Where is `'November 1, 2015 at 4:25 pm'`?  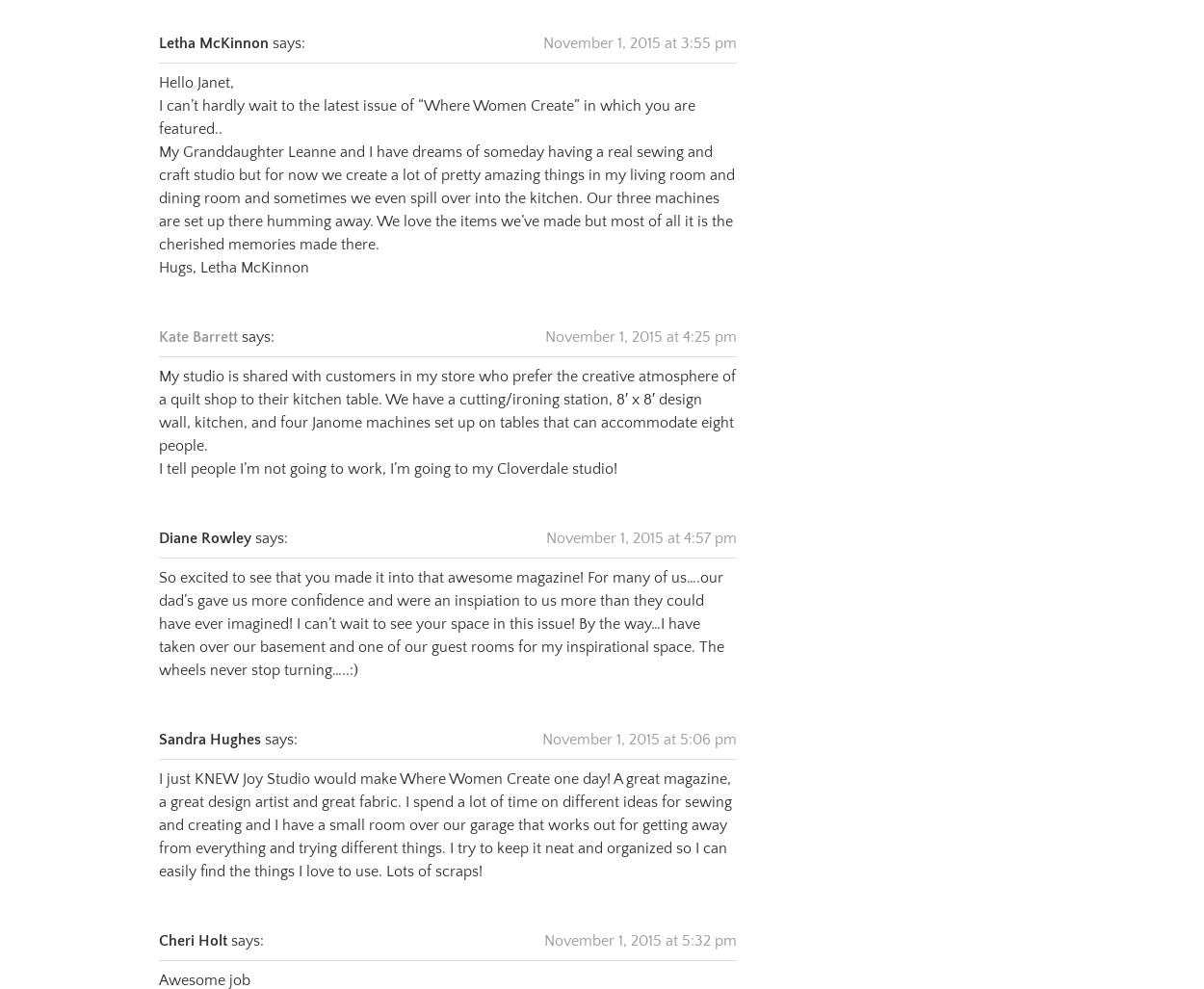
'November 1, 2015 at 4:25 pm' is located at coordinates (641, 312).